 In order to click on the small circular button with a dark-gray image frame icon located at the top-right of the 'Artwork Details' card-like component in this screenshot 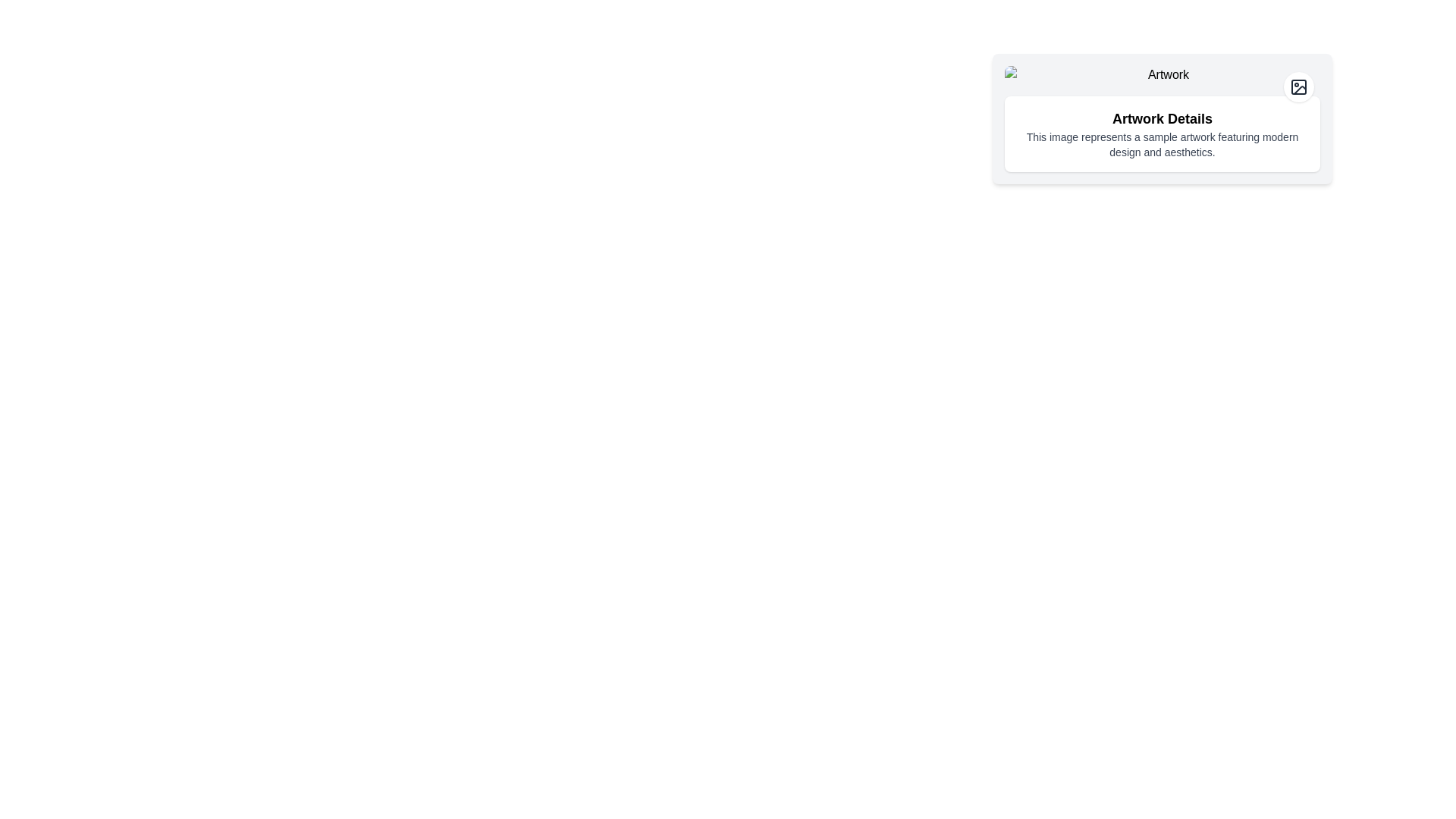, I will do `click(1298, 87)`.